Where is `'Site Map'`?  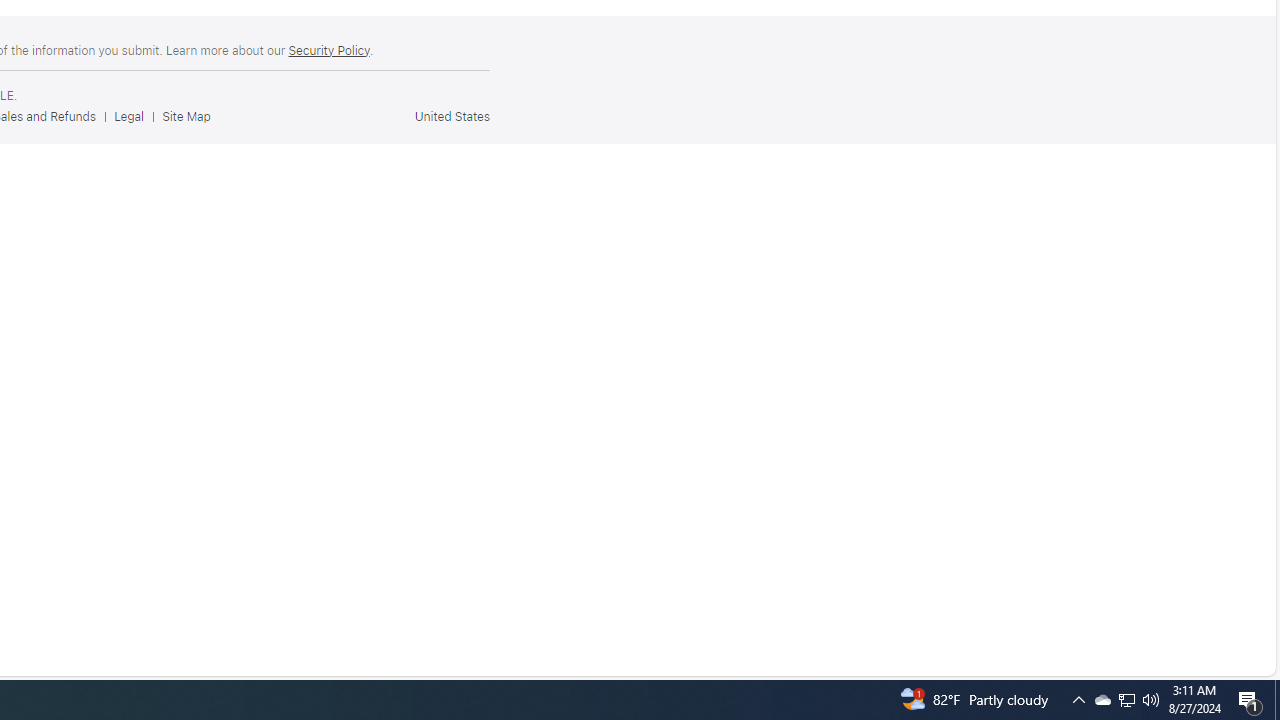 'Site Map' is located at coordinates (186, 116).